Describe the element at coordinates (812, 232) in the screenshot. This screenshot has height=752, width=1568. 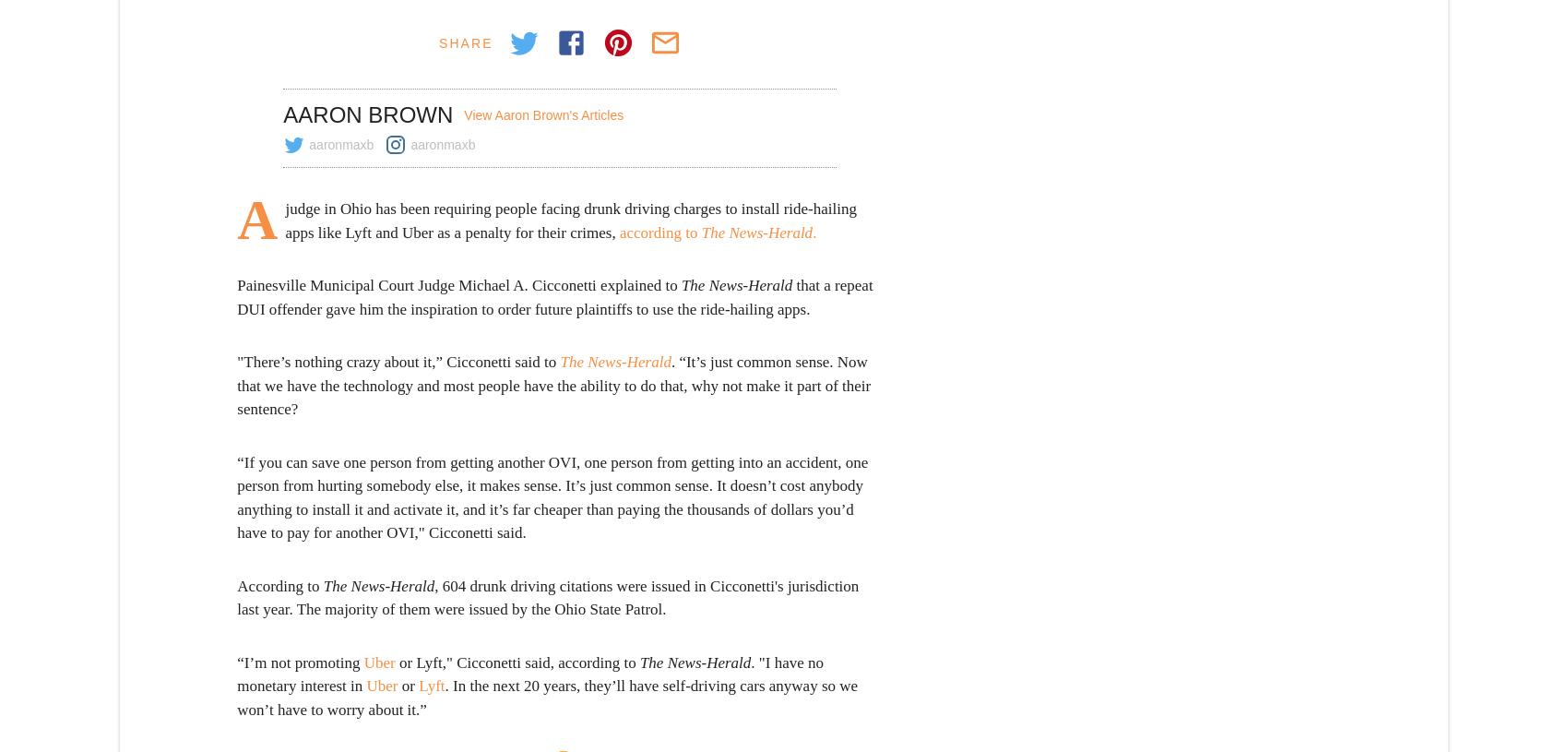
I see `'.'` at that location.